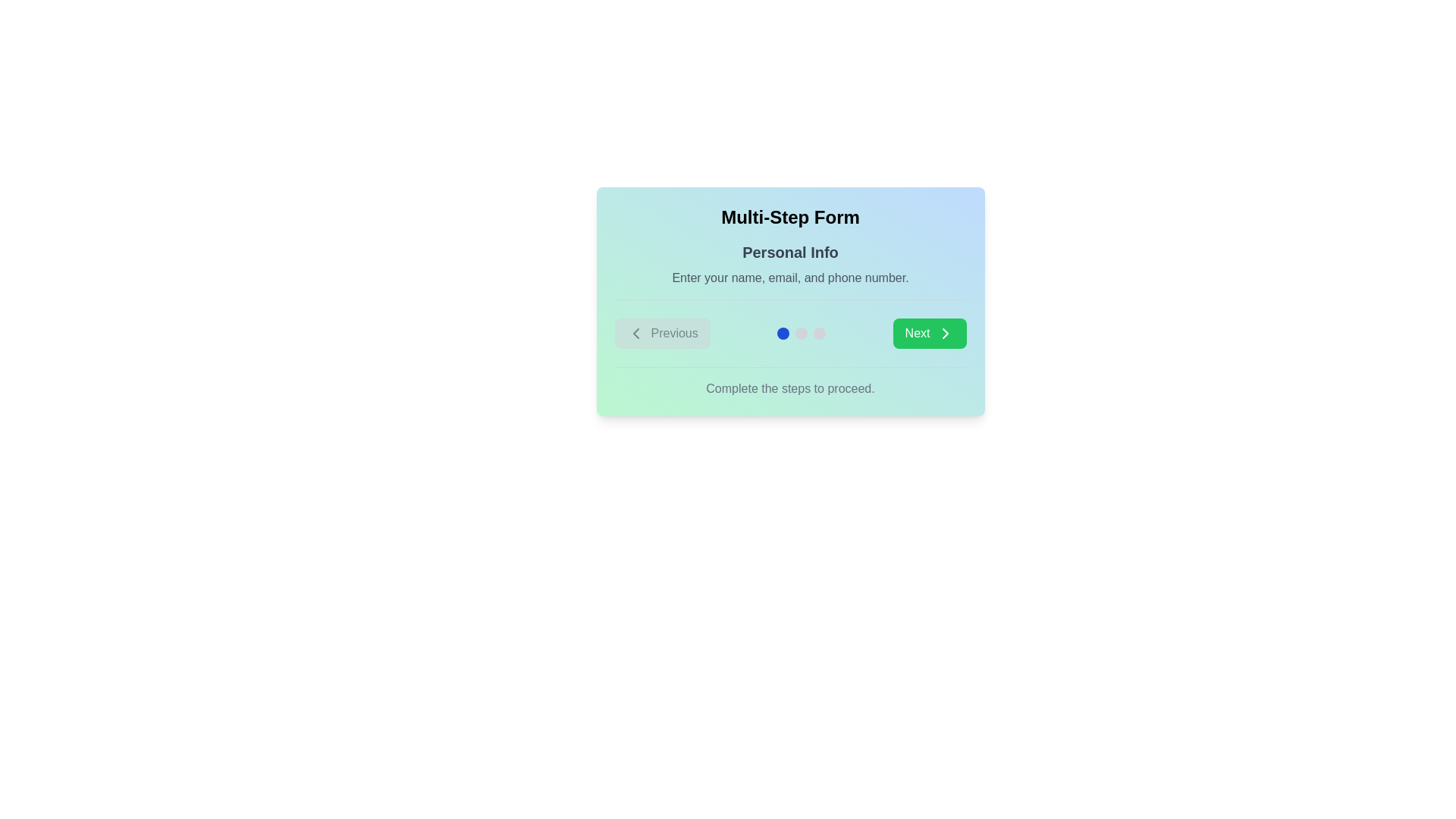 This screenshot has width=1456, height=819. Describe the element at coordinates (789, 251) in the screenshot. I see `the bold text label displaying 'Personal Info' at the center of the interface` at that location.